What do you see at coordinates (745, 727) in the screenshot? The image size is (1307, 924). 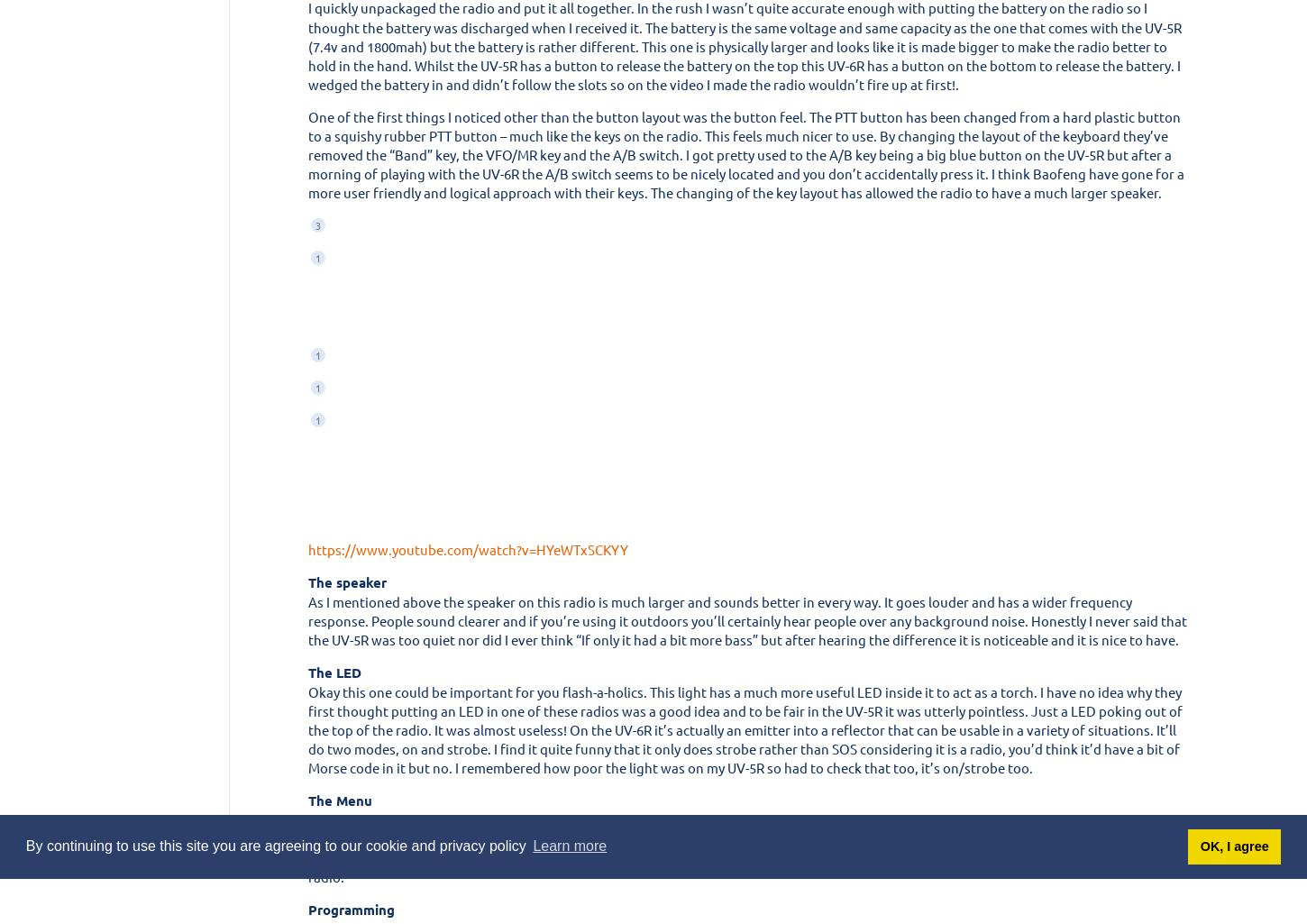 I see `'Okay this one could be important for you flash-a-holics. This light has a much more useful LED inside it to act as a torch. I have no idea why they first thought putting an LED in one of these radios was a good idea and to be fair in the UV-5R it was utterly pointless. Just a LED poking out of the top of the radio. It was almost useless! On the UV-6R it’s actually an emitter into a reflector that can be usable in a variety of situations. It’ll do two modes, on and strobe. I find it quite funny that it only does strobe rather than SOS considering it is a radio, you’d think it’d have a bit of Morse code in it but no. I remembered how poor the light was on my UV-5R so had to check that too, it’s on/strobe too.'` at bounding box center [745, 727].